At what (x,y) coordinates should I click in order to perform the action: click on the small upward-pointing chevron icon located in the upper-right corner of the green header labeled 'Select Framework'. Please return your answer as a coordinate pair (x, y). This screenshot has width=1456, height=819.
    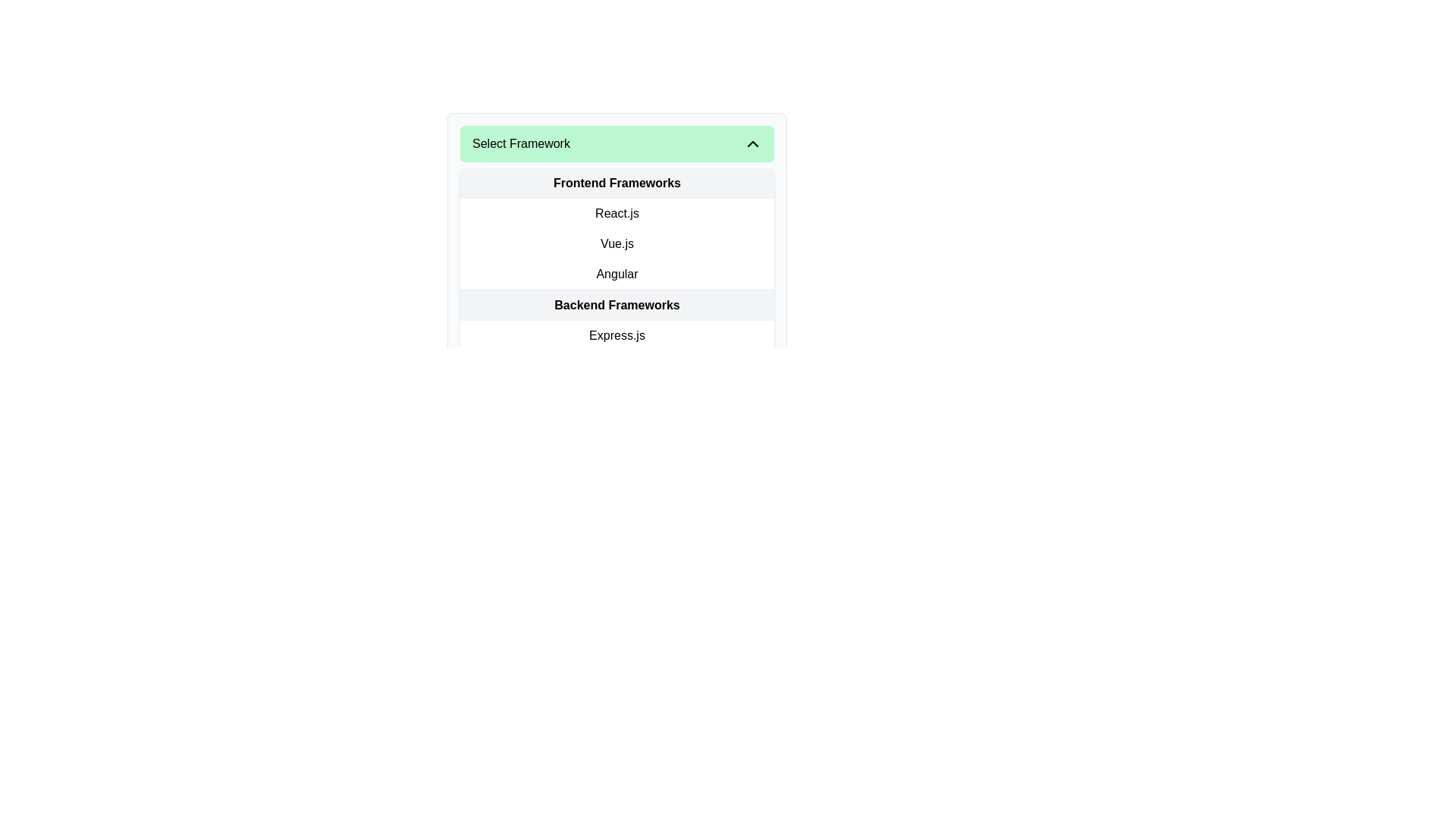
    Looking at the image, I should click on (753, 143).